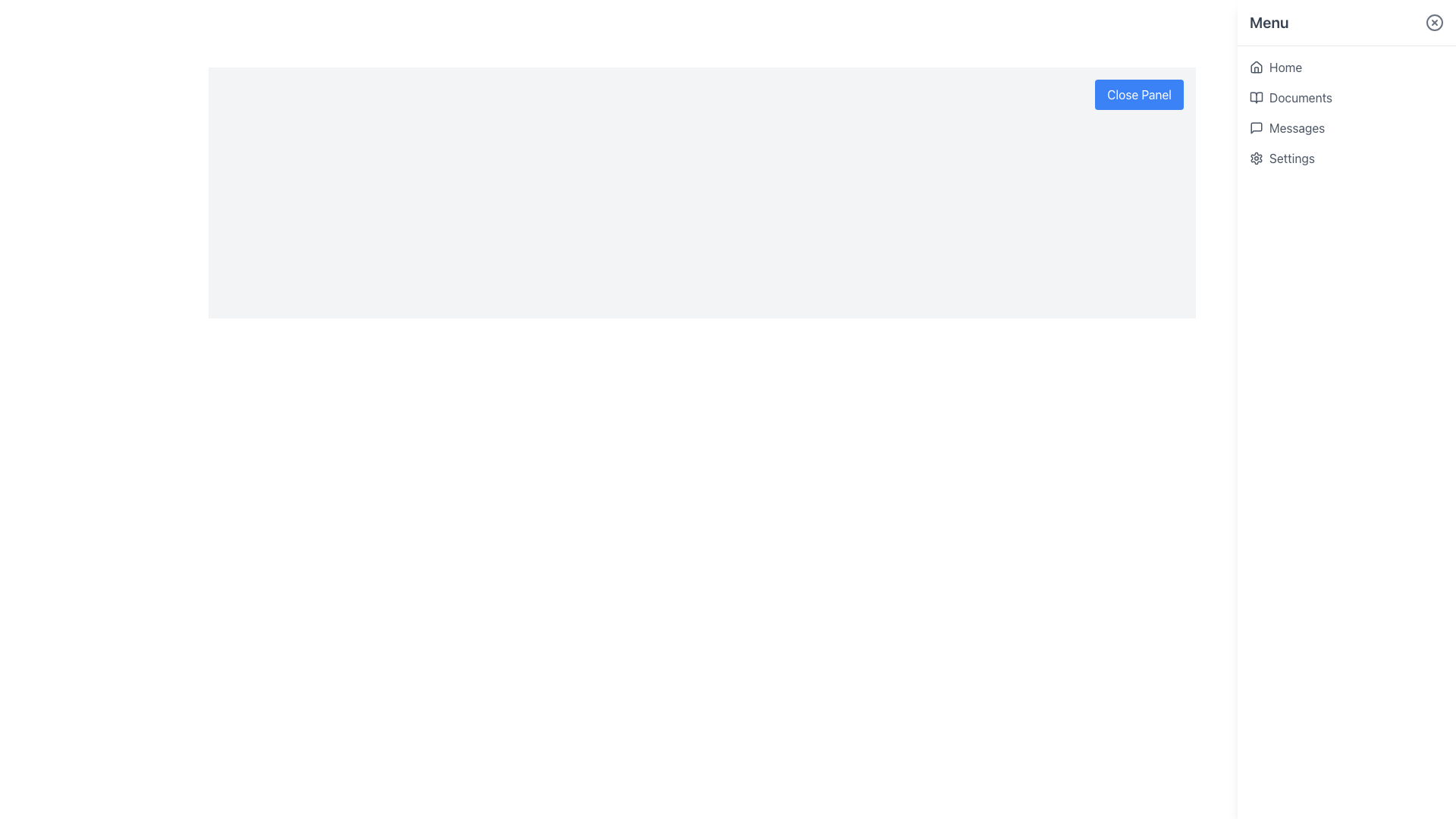  I want to click on the 'Home' icon, which is a graphical representation of a house, located at the top of the menu on the right-hand side of the interface, so click(1256, 66).